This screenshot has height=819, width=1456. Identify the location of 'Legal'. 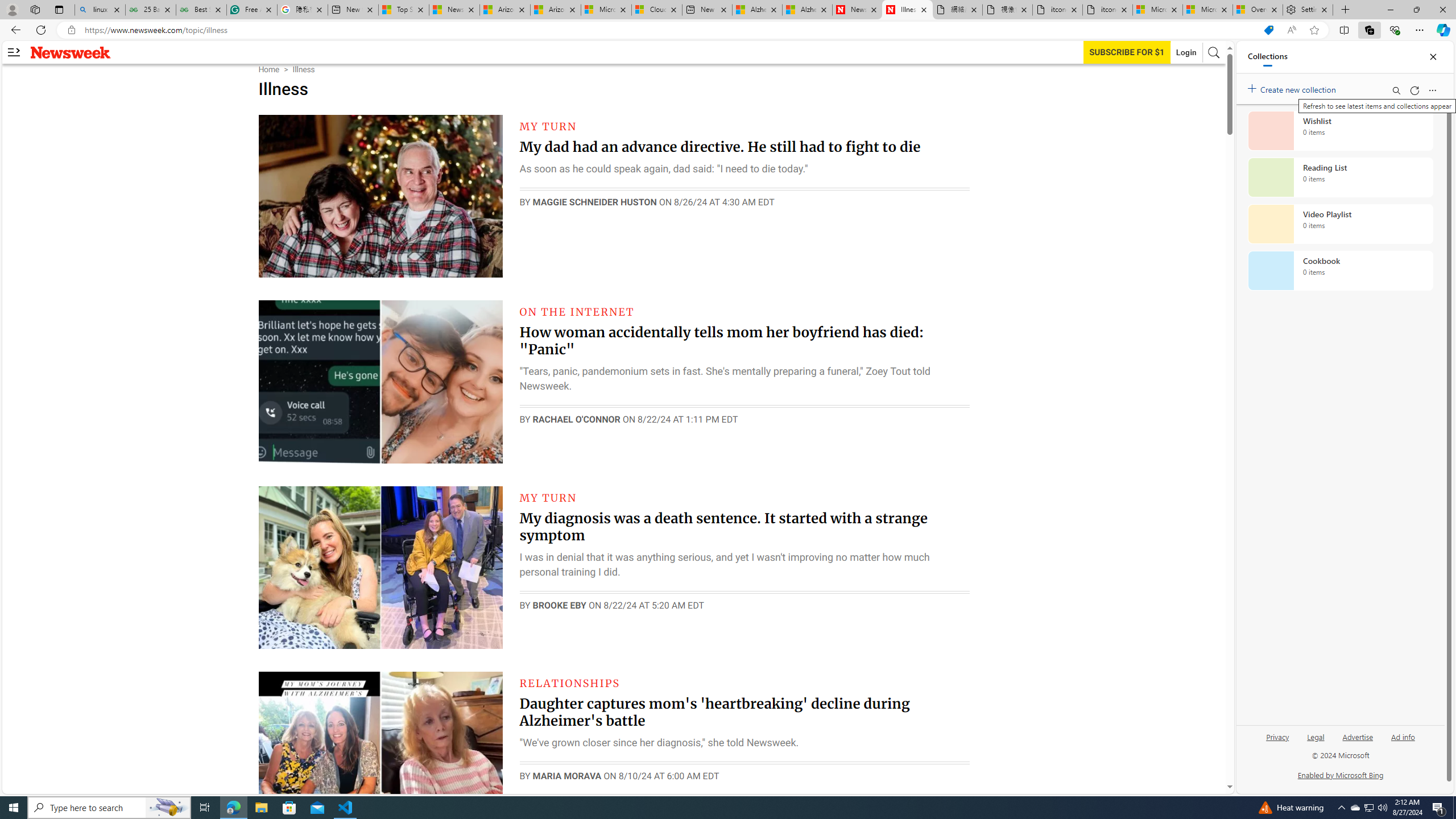
(1316, 736).